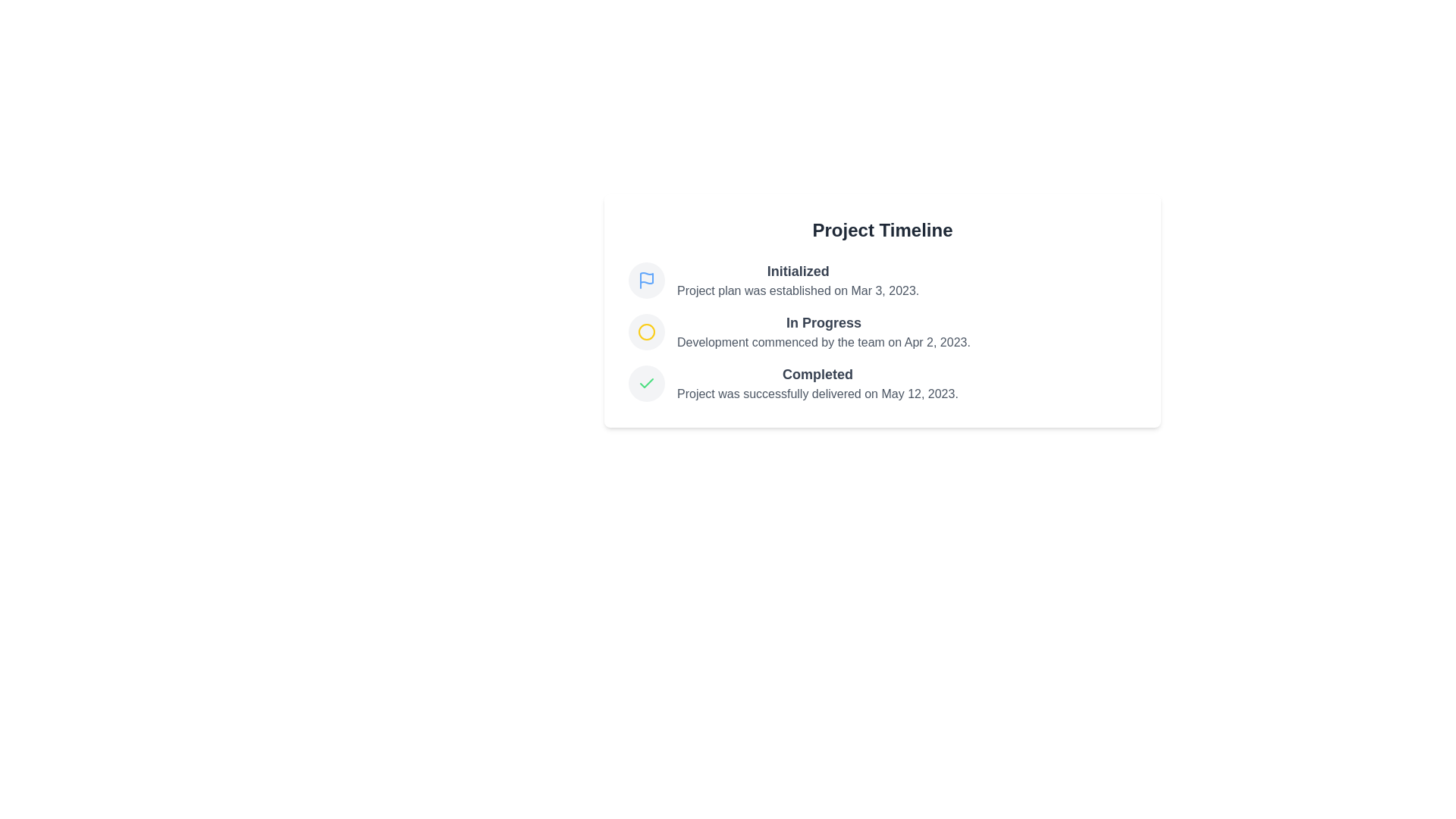 Image resolution: width=1456 pixels, height=819 pixels. Describe the element at coordinates (647, 331) in the screenshot. I see `the circular icon with a gray background and yellow outline, which is located in the 'Project Timeline' section and is associated with the text 'In Progress', to observe its tooltip` at that location.